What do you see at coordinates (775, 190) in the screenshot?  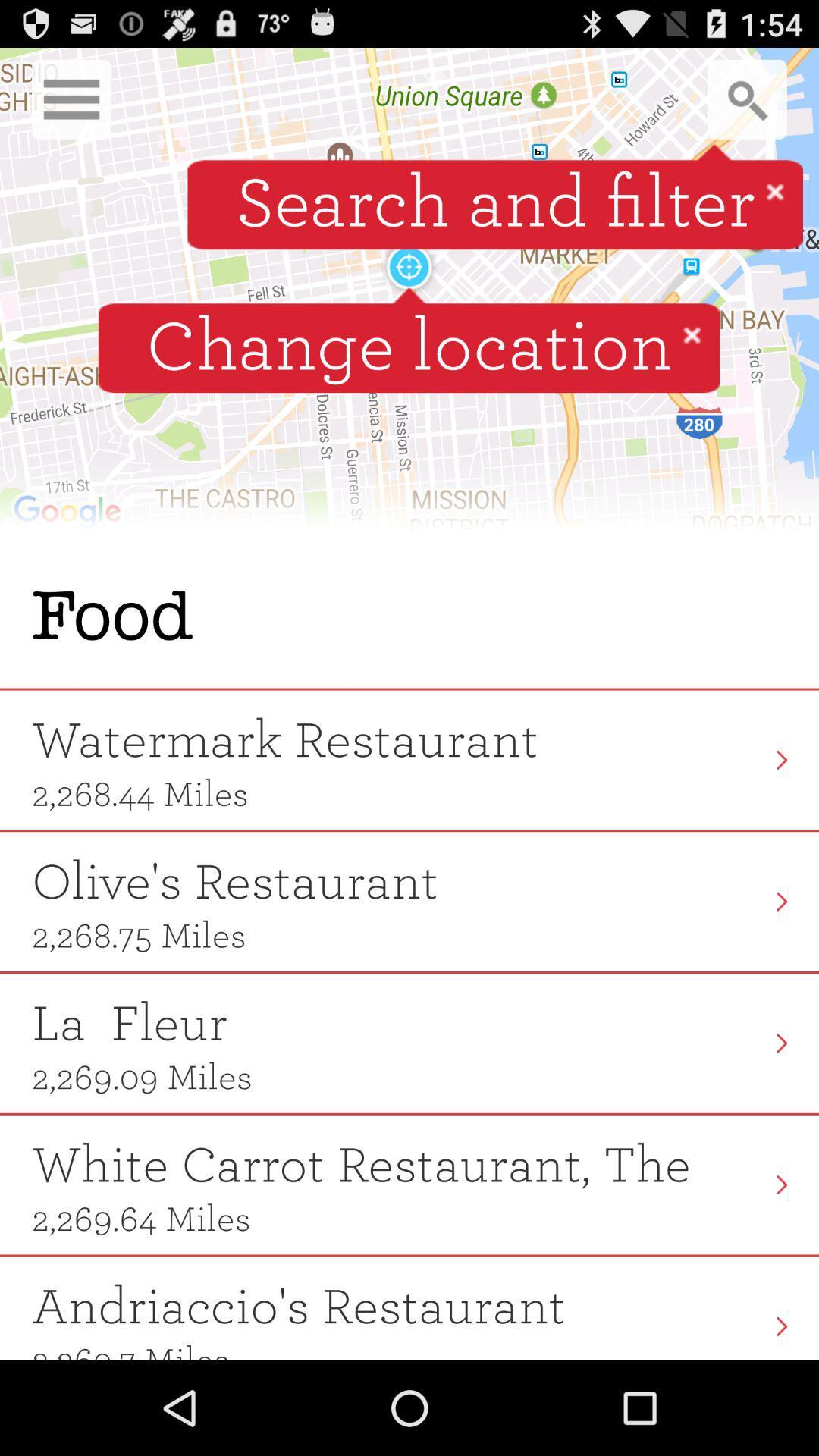 I see `remove search and filter` at bounding box center [775, 190].